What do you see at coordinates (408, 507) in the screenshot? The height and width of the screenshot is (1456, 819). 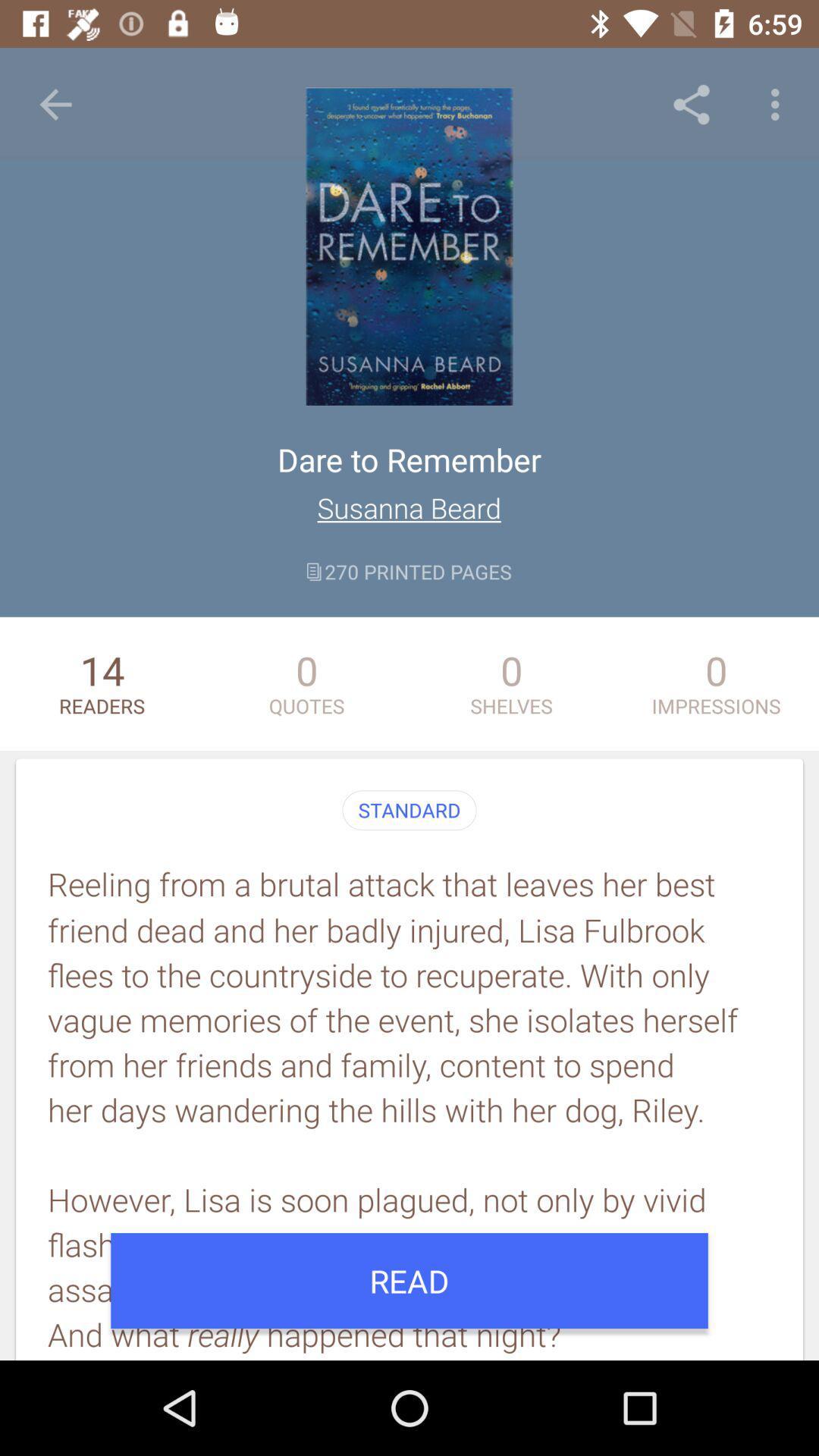 I see `the susanna beard item` at bounding box center [408, 507].